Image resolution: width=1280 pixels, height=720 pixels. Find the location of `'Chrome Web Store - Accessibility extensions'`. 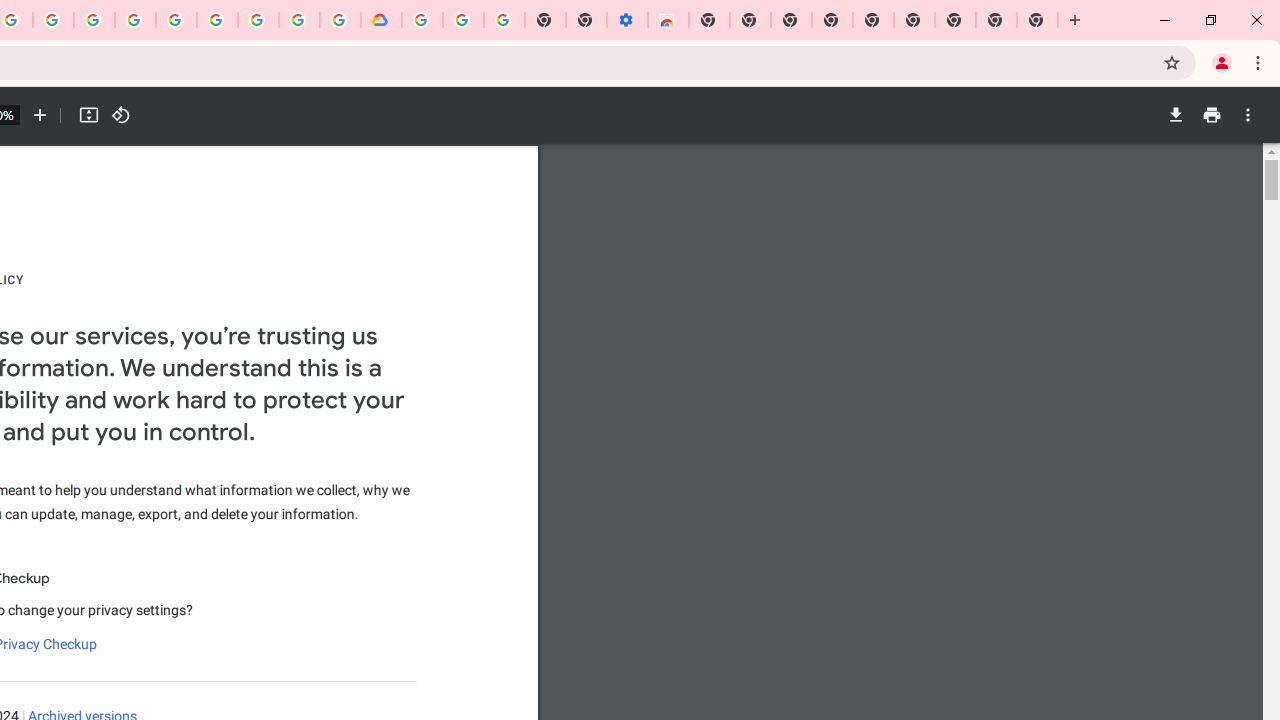

'Chrome Web Store - Accessibility extensions' is located at coordinates (668, 20).